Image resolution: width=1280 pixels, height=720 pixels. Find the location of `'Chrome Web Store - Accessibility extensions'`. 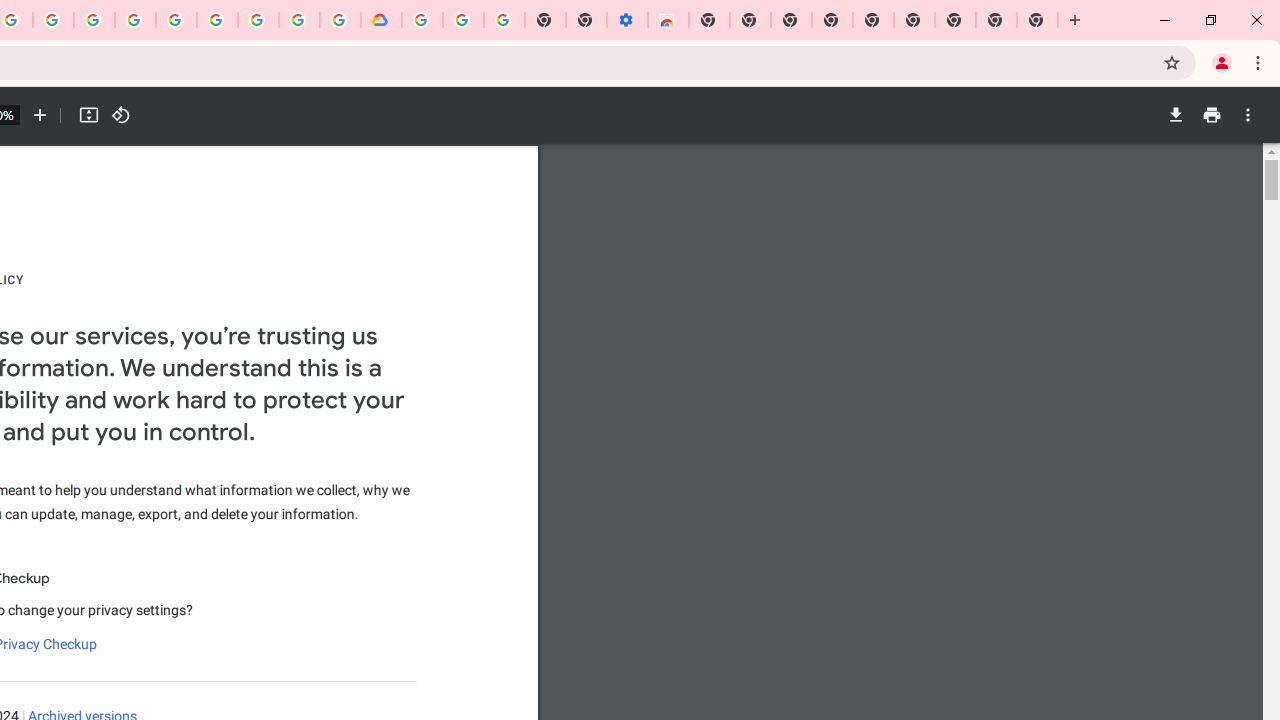

'Chrome Web Store - Accessibility extensions' is located at coordinates (668, 20).